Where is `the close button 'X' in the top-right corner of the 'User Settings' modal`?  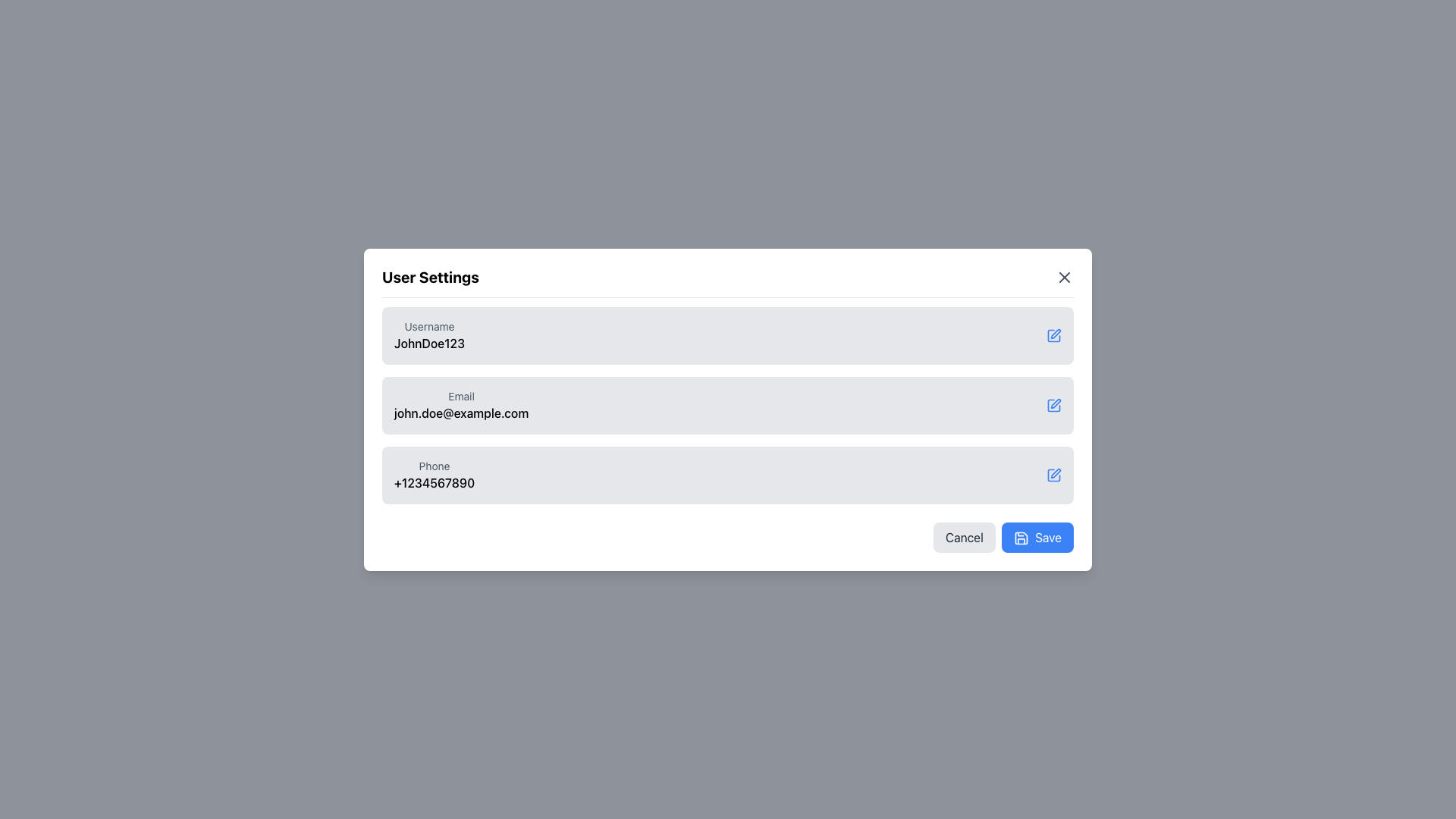
the close button 'X' in the top-right corner of the 'User Settings' modal is located at coordinates (1063, 277).